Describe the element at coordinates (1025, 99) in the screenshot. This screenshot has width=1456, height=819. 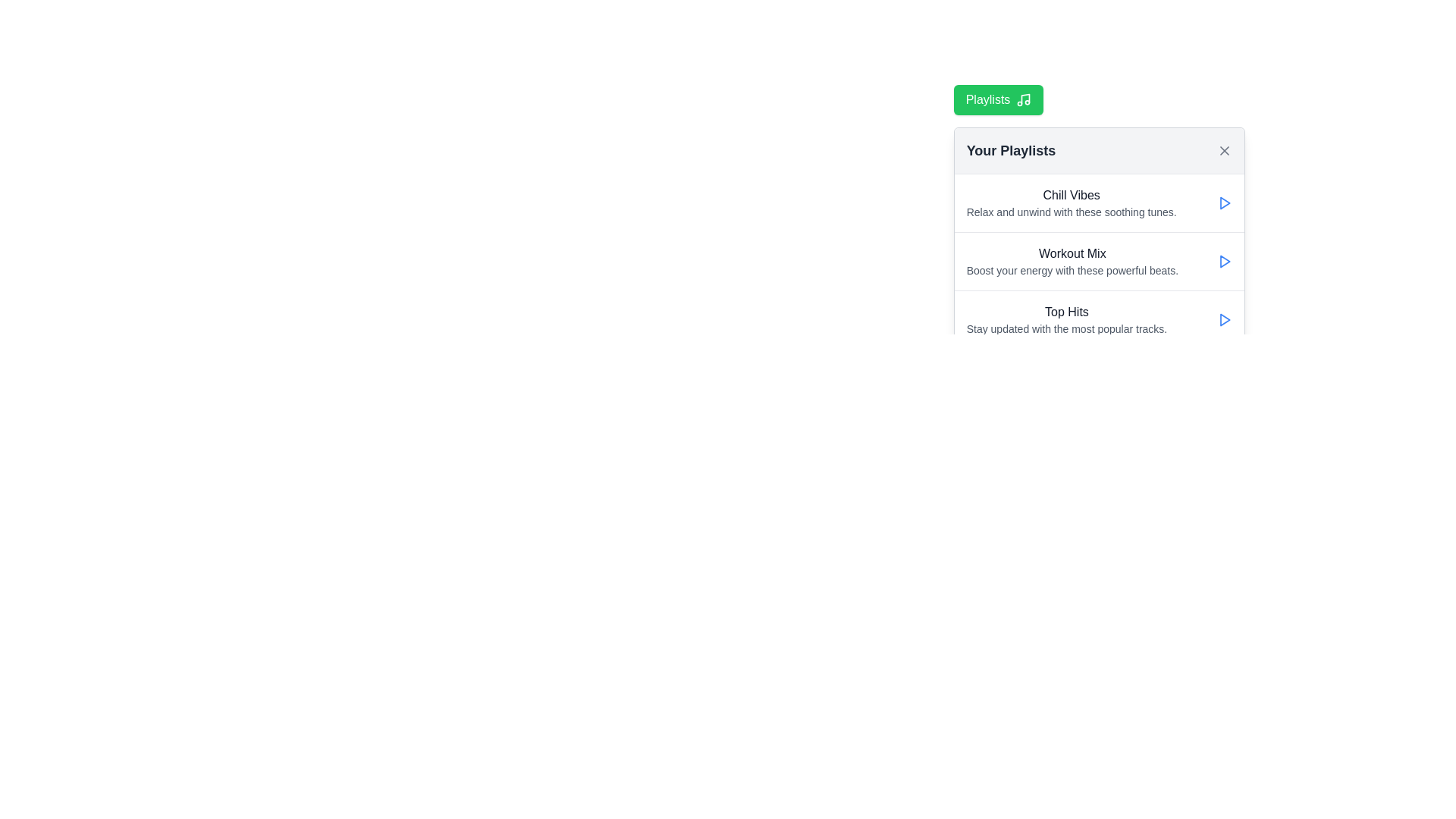
I see `the musical note icon located inside the green 'Playlists' button in the top-left corner of the interface` at that location.